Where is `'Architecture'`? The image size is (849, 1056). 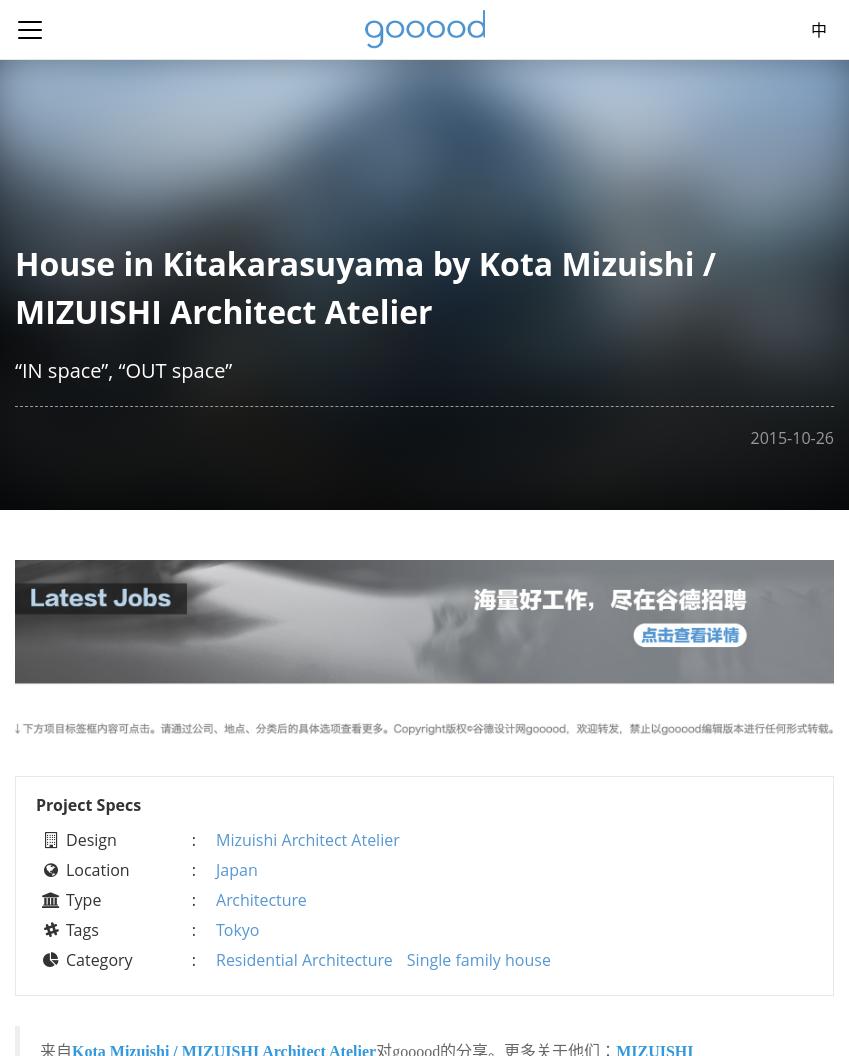
'Architecture' is located at coordinates (260, 897).